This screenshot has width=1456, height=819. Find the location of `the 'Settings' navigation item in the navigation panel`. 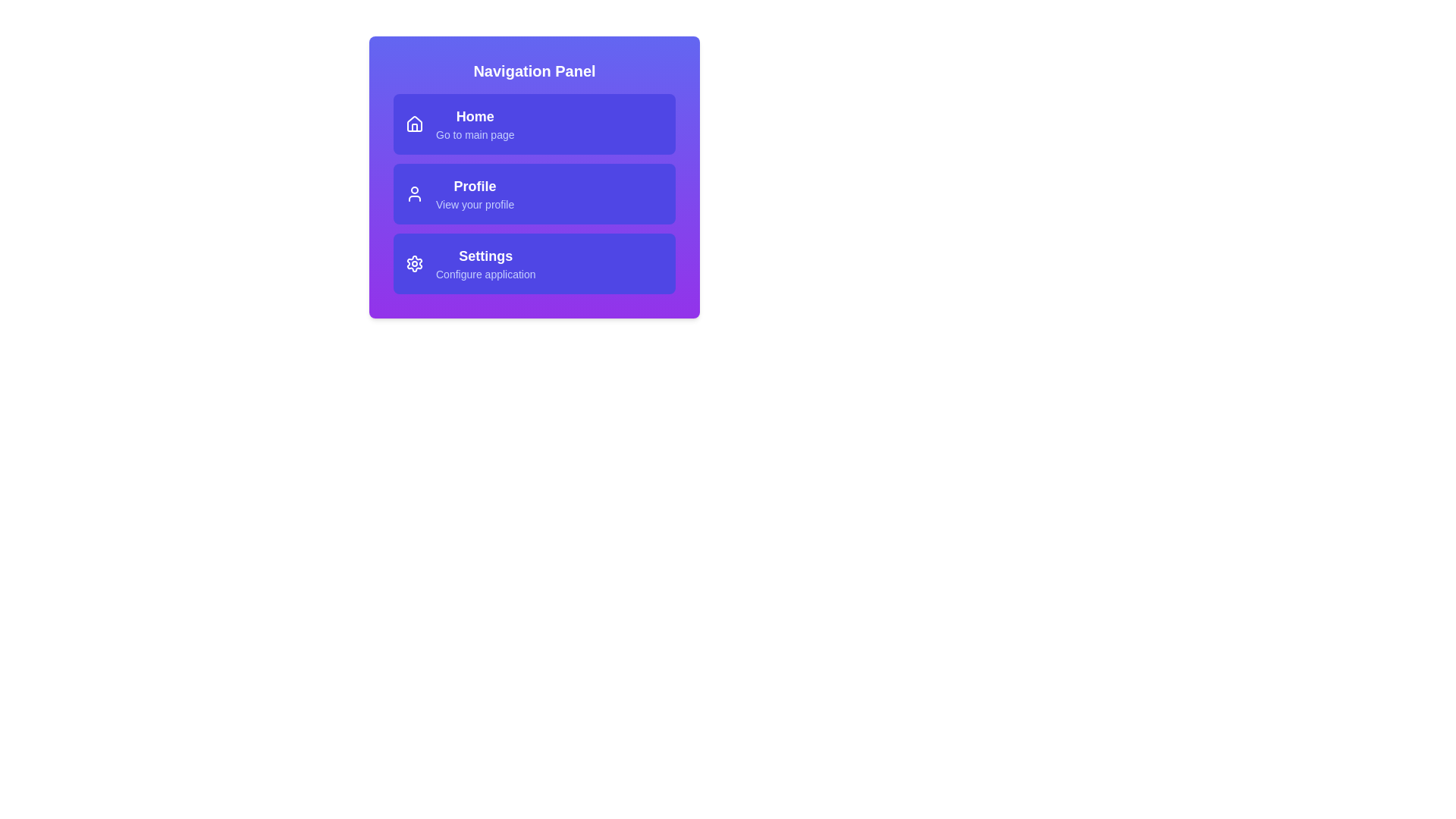

the 'Settings' navigation item in the navigation panel is located at coordinates (535, 262).